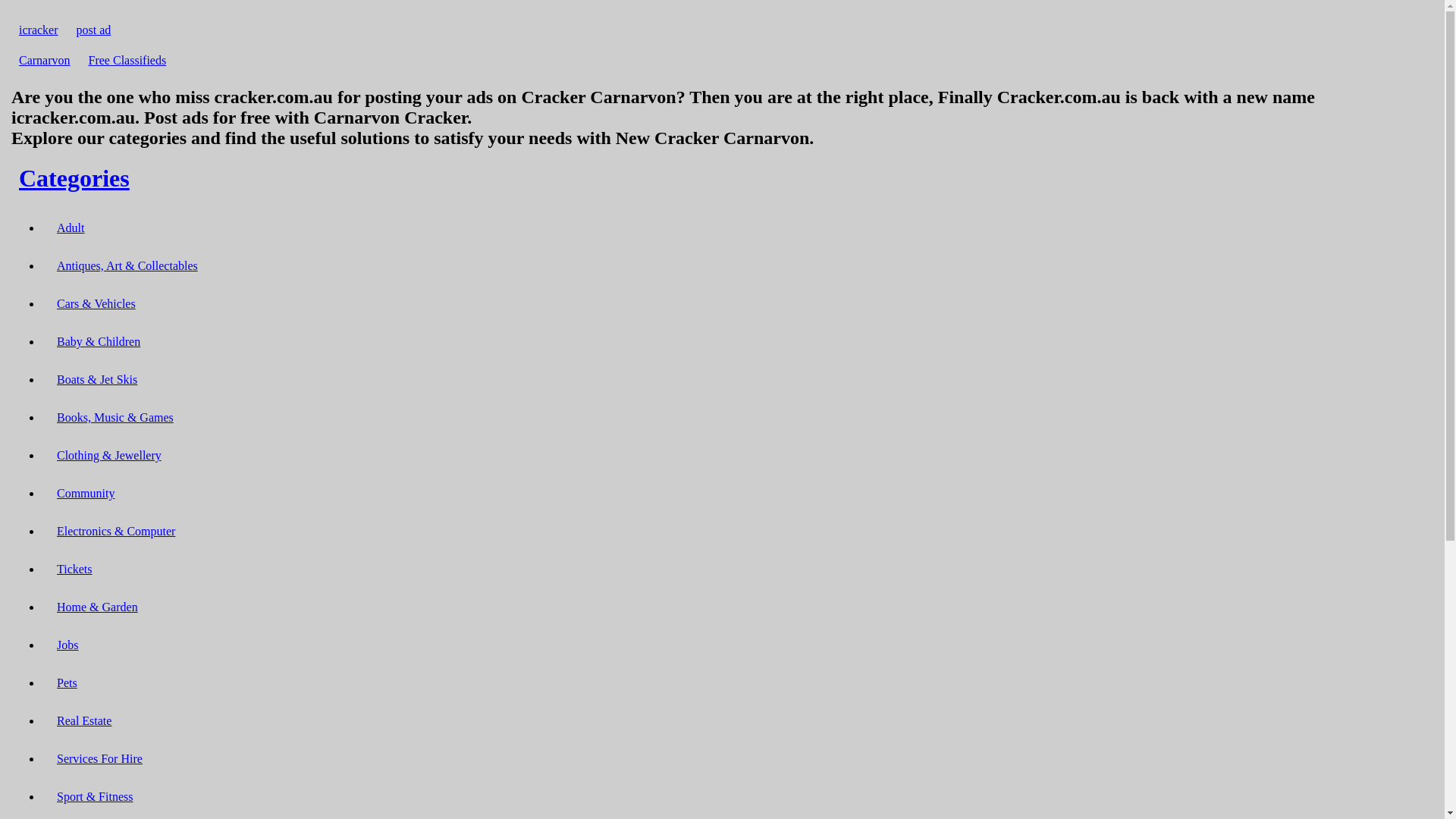 The image size is (1456, 819). What do you see at coordinates (11, 59) in the screenshot?
I see `'Carnarvon'` at bounding box center [11, 59].